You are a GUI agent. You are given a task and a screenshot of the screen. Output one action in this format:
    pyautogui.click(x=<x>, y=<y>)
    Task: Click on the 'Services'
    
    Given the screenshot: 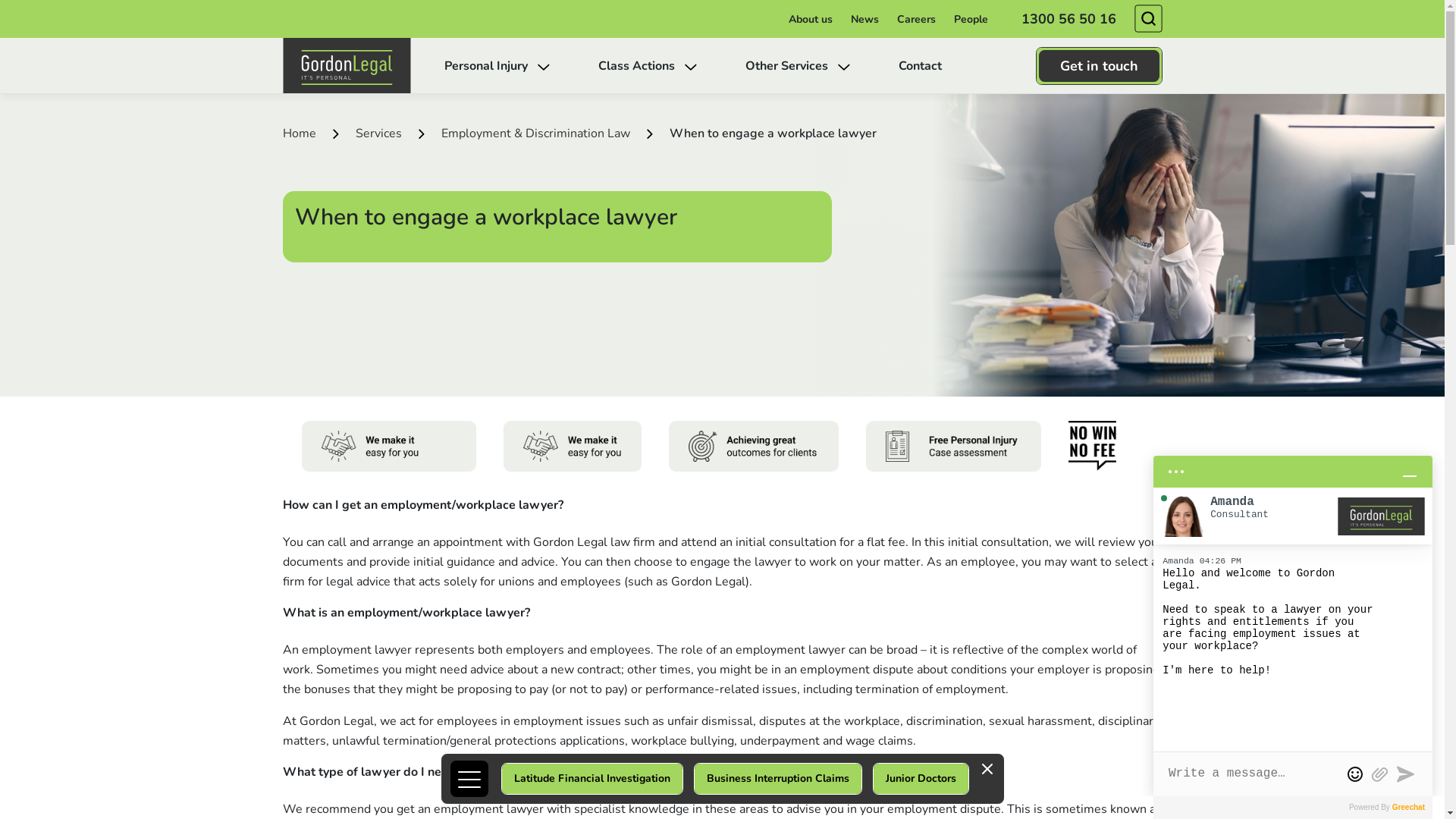 What is the action you would take?
    pyautogui.click(x=378, y=133)
    